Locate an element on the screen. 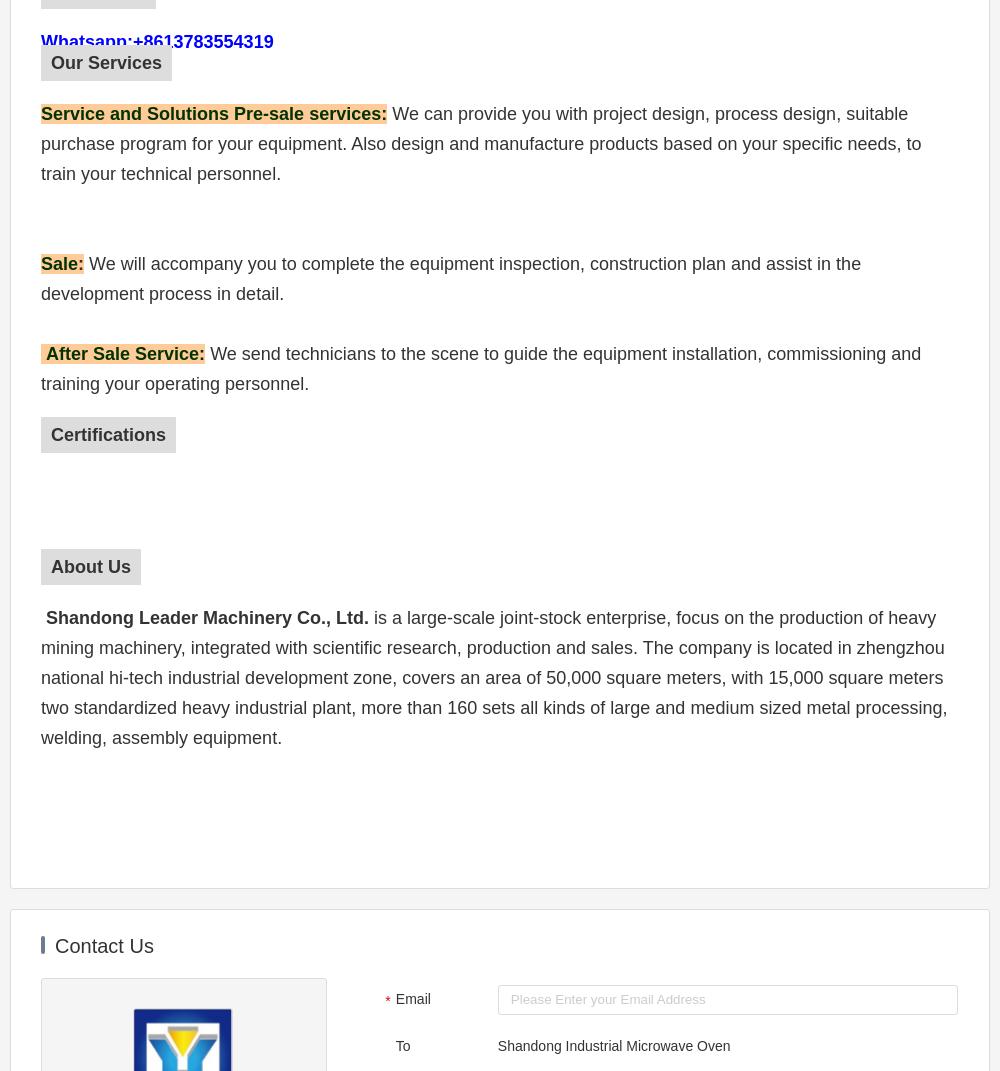 Image resolution: width=1000 pixels, height=1071 pixels. 'Shandong Leader Machinery Co., Ltd.' is located at coordinates (206, 616).